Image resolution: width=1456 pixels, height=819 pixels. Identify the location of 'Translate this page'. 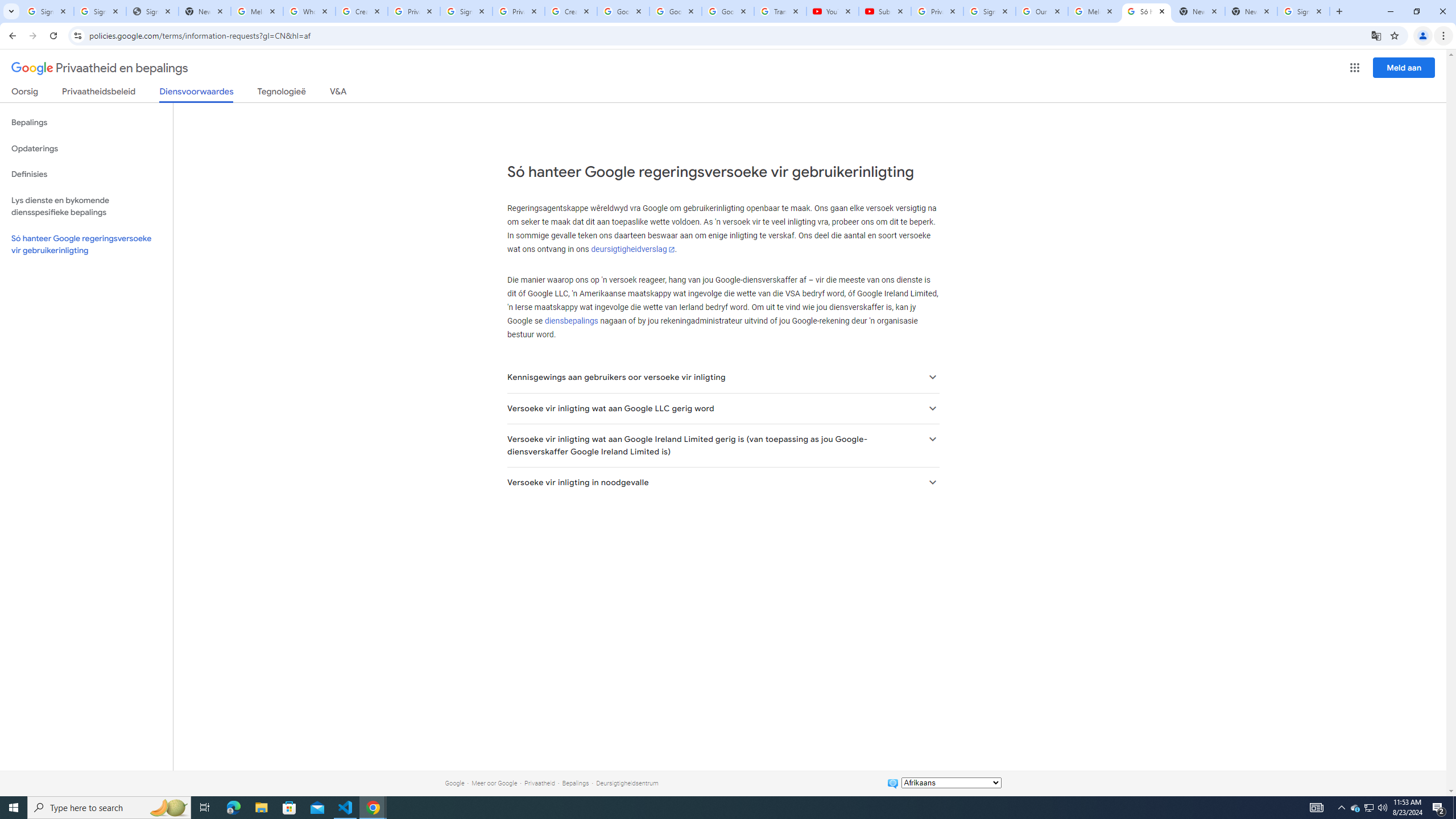
(1376, 35).